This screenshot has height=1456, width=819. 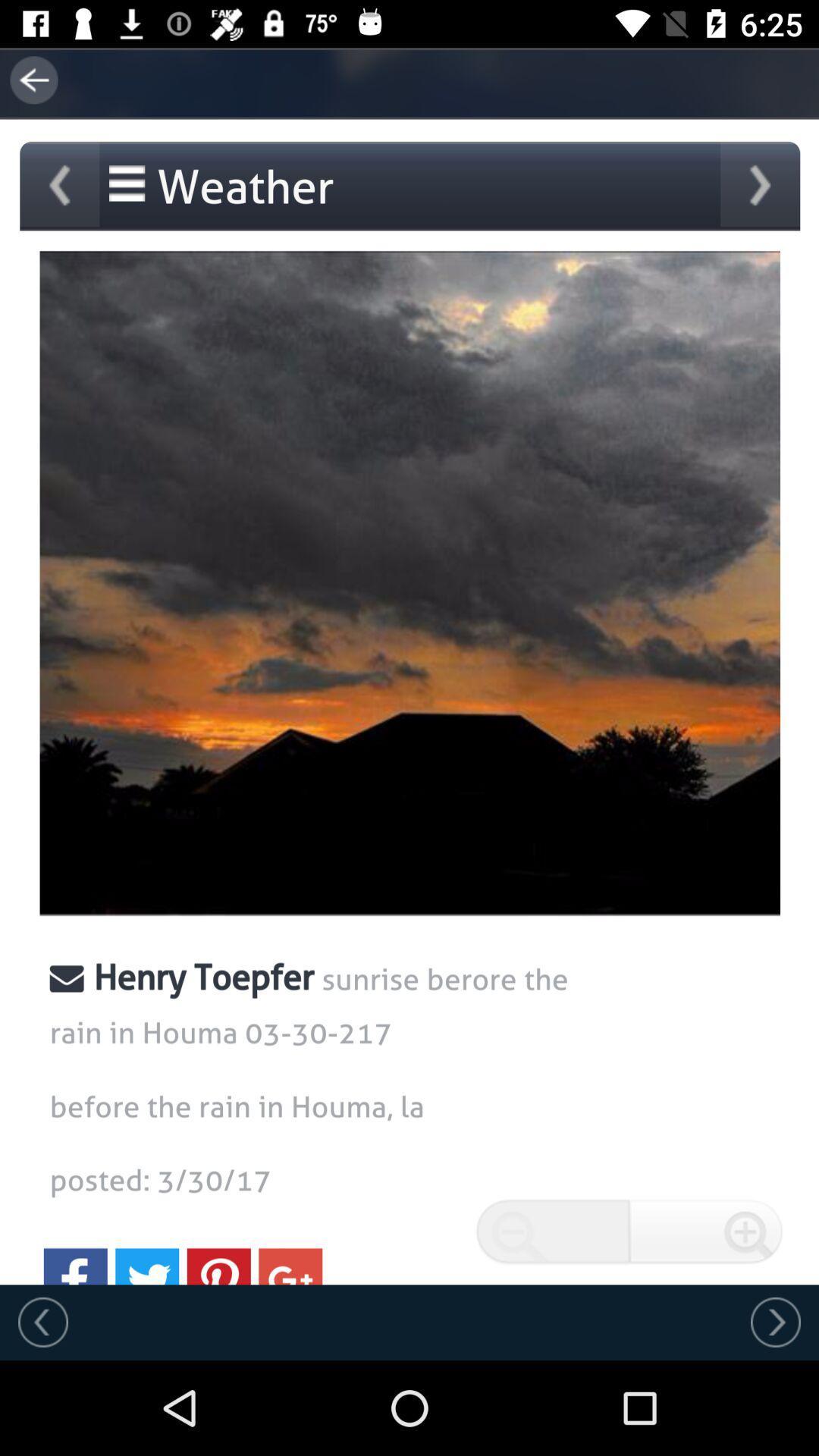 What do you see at coordinates (43, 79) in the screenshot?
I see `the arrow_backward icon` at bounding box center [43, 79].